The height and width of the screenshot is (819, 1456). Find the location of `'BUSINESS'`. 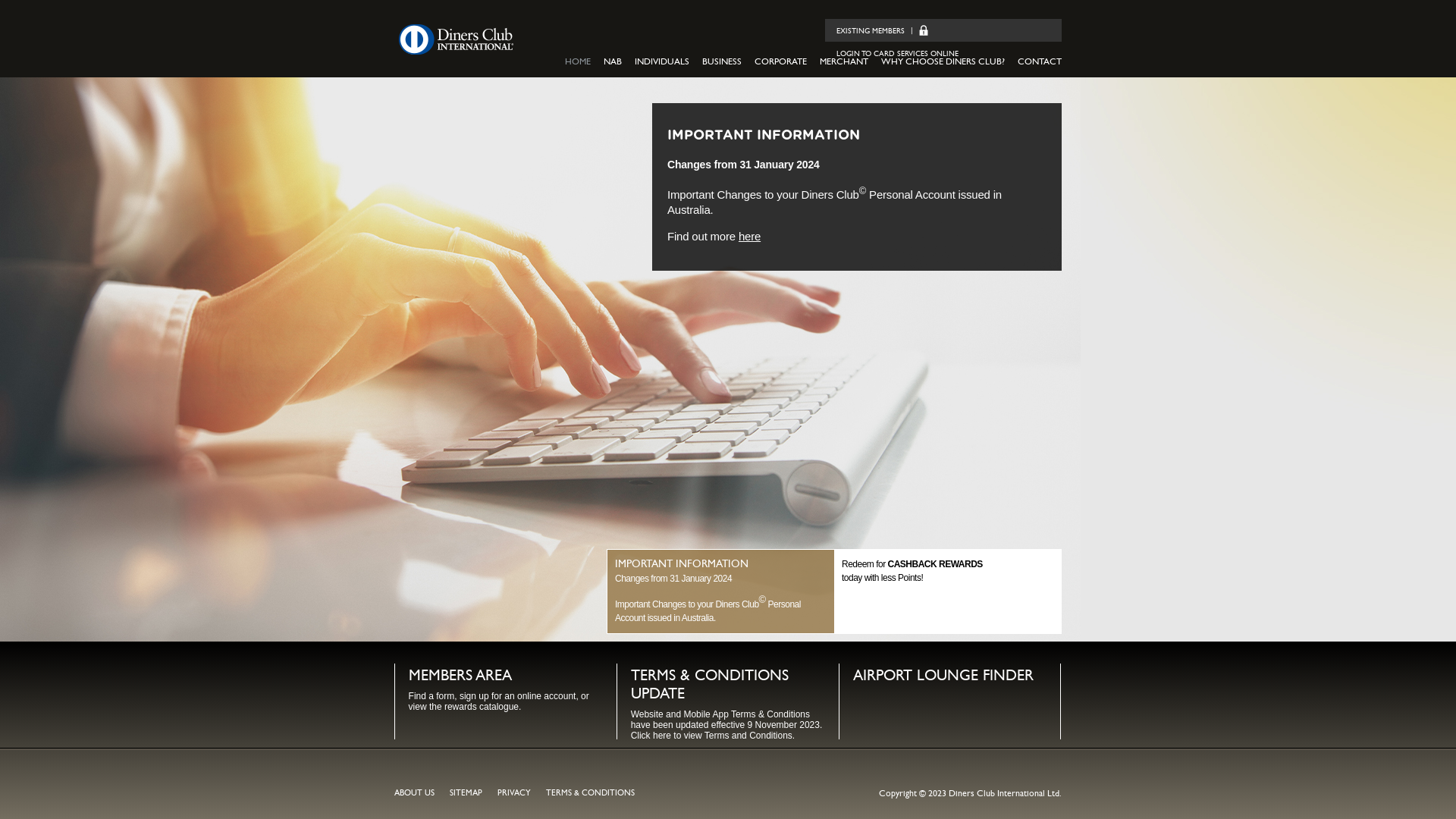

'BUSINESS' is located at coordinates (720, 61).